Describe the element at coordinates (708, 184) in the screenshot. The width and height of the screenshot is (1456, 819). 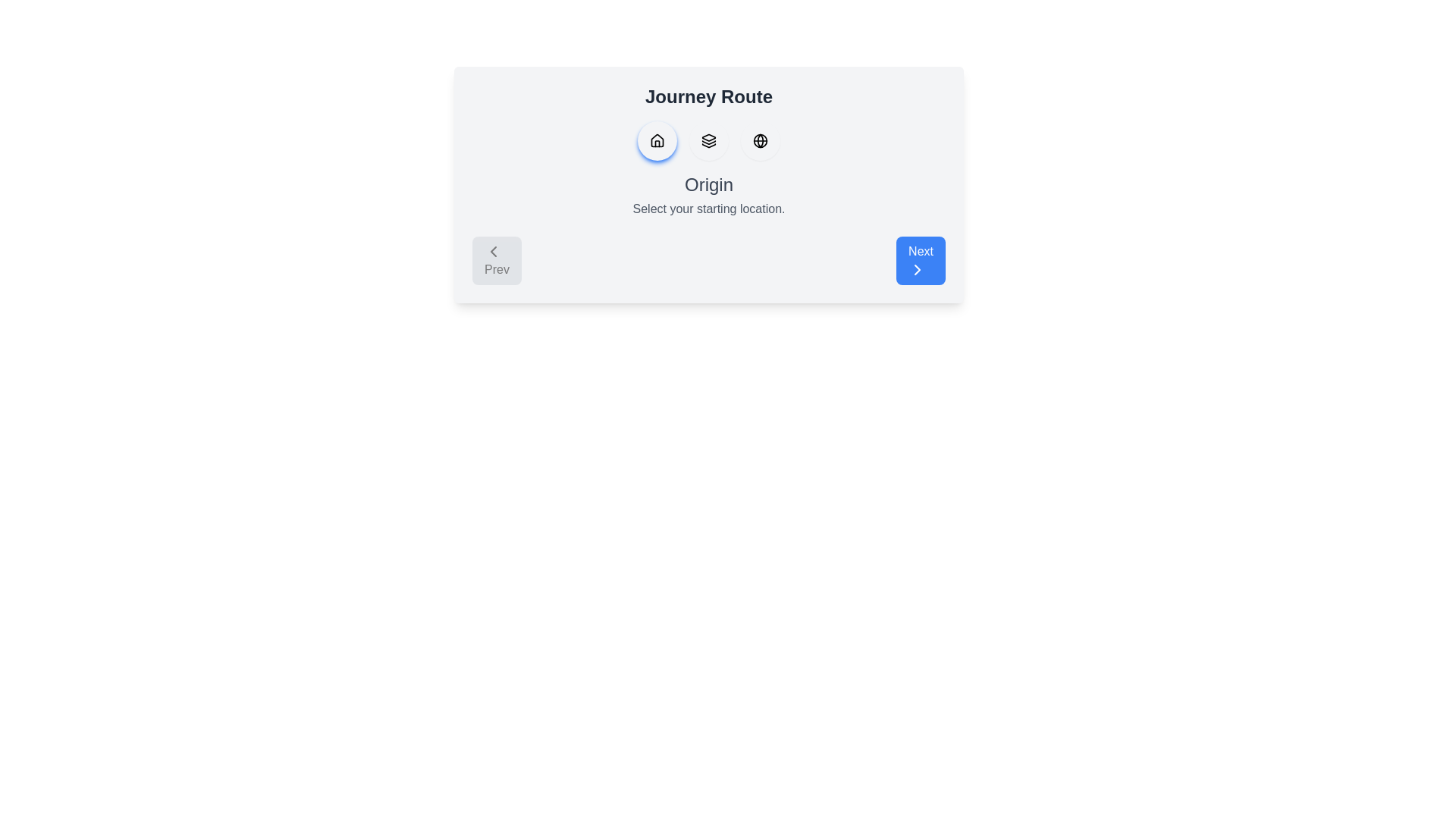
I see `the 'Origin' text label, which is displayed in a large, bold font and positioned centrally near the top of the 'Journey Route' section` at that location.